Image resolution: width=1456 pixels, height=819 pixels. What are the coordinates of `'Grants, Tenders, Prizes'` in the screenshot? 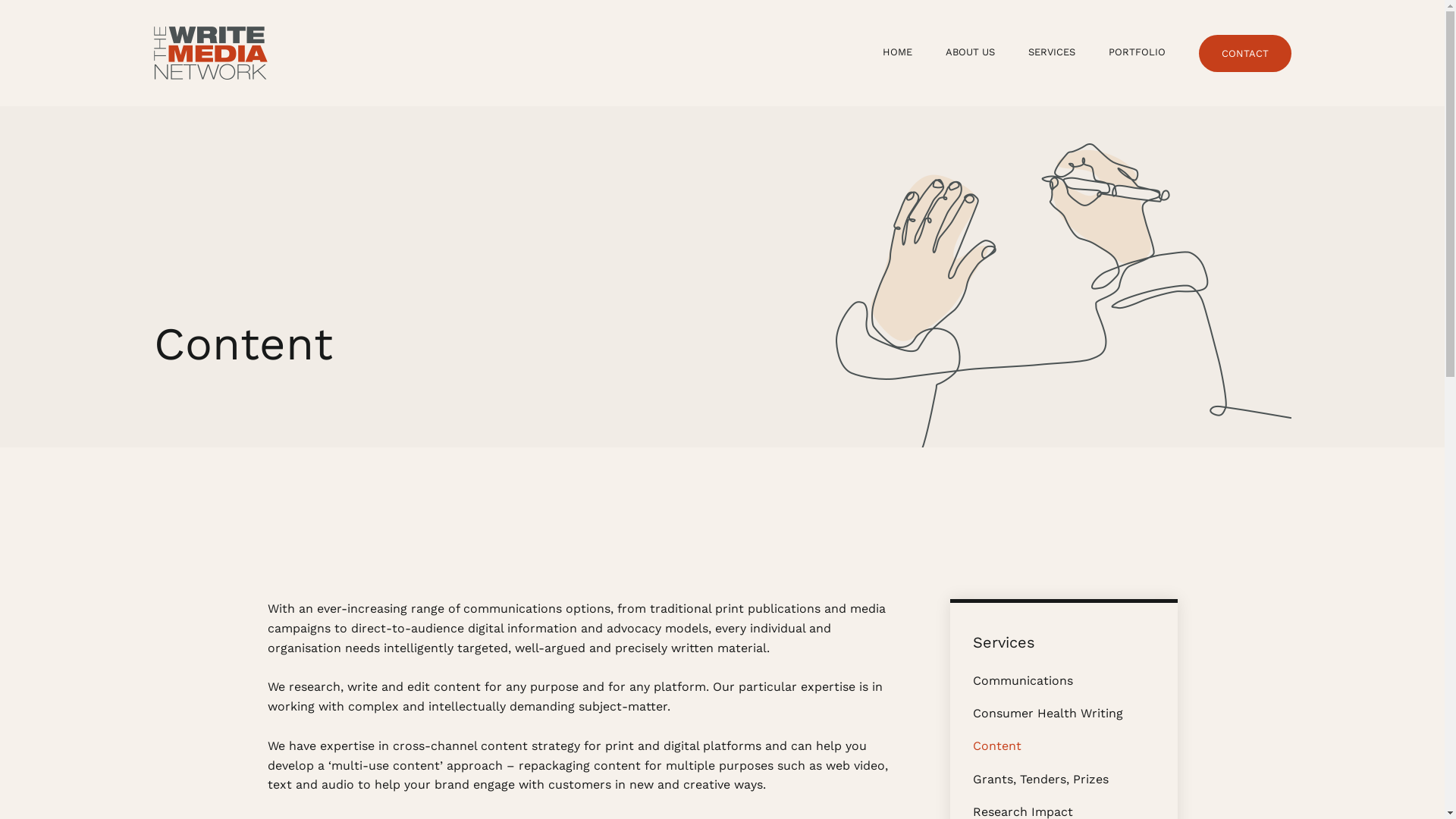 It's located at (1039, 779).